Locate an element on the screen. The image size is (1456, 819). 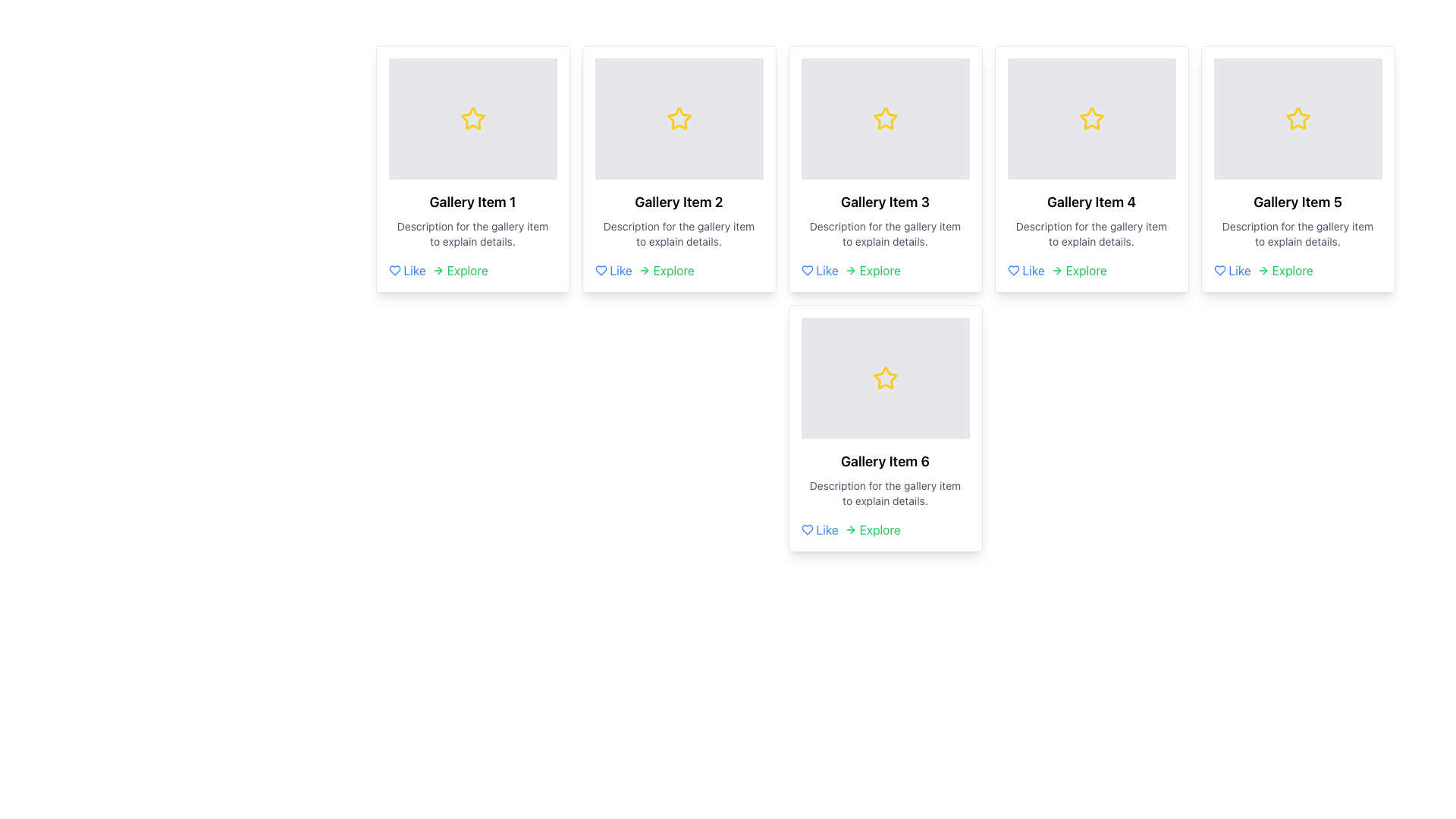
text block styled with a small font size and gray color containing 'Description for the gallery item to explain details.' located below the 'Gallery Item 3' title in the third card of the gallery grid is located at coordinates (885, 234).